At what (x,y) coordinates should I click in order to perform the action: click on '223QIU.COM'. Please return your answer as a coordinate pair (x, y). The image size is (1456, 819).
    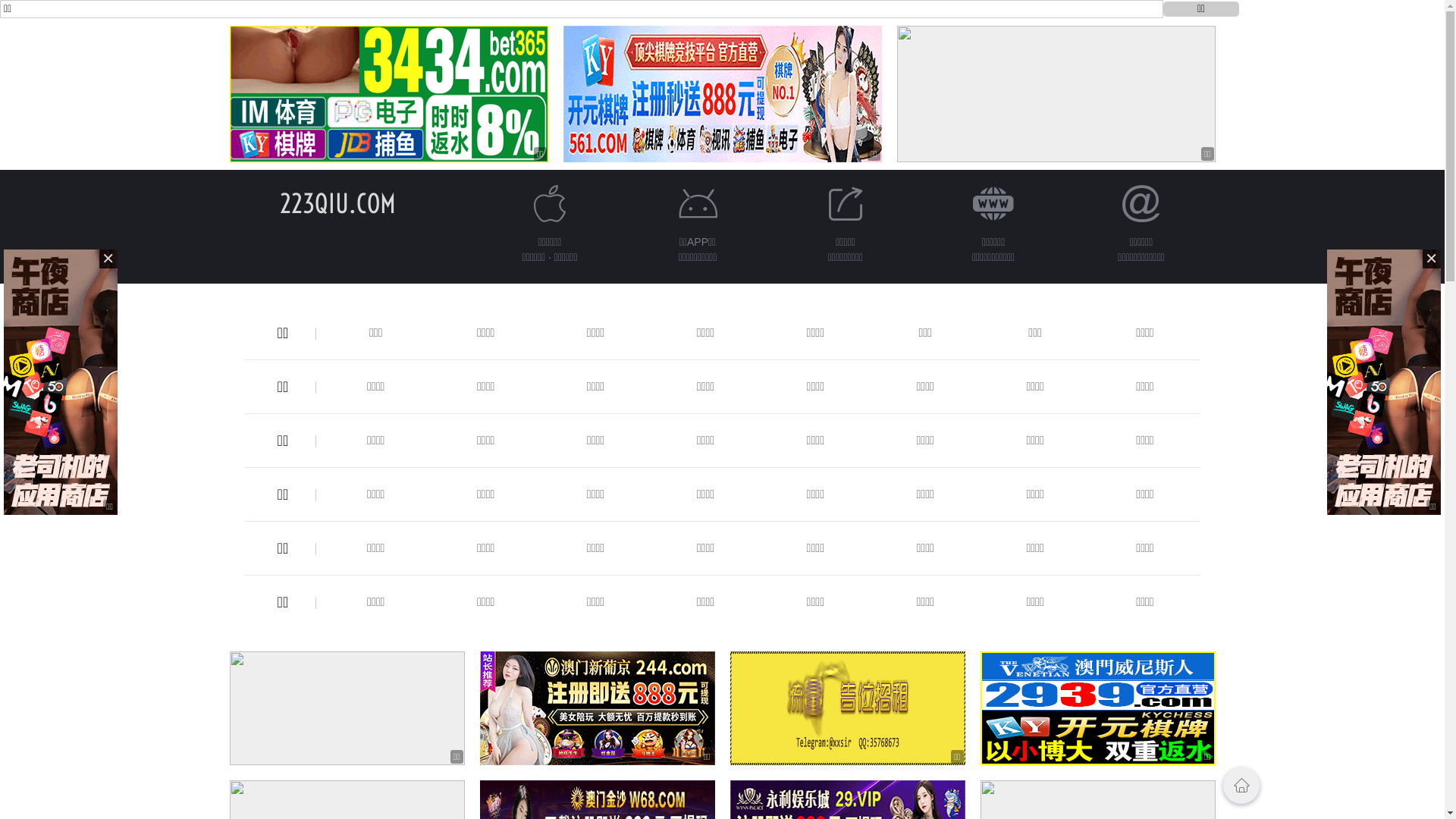
    Looking at the image, I should click on (337, 202).